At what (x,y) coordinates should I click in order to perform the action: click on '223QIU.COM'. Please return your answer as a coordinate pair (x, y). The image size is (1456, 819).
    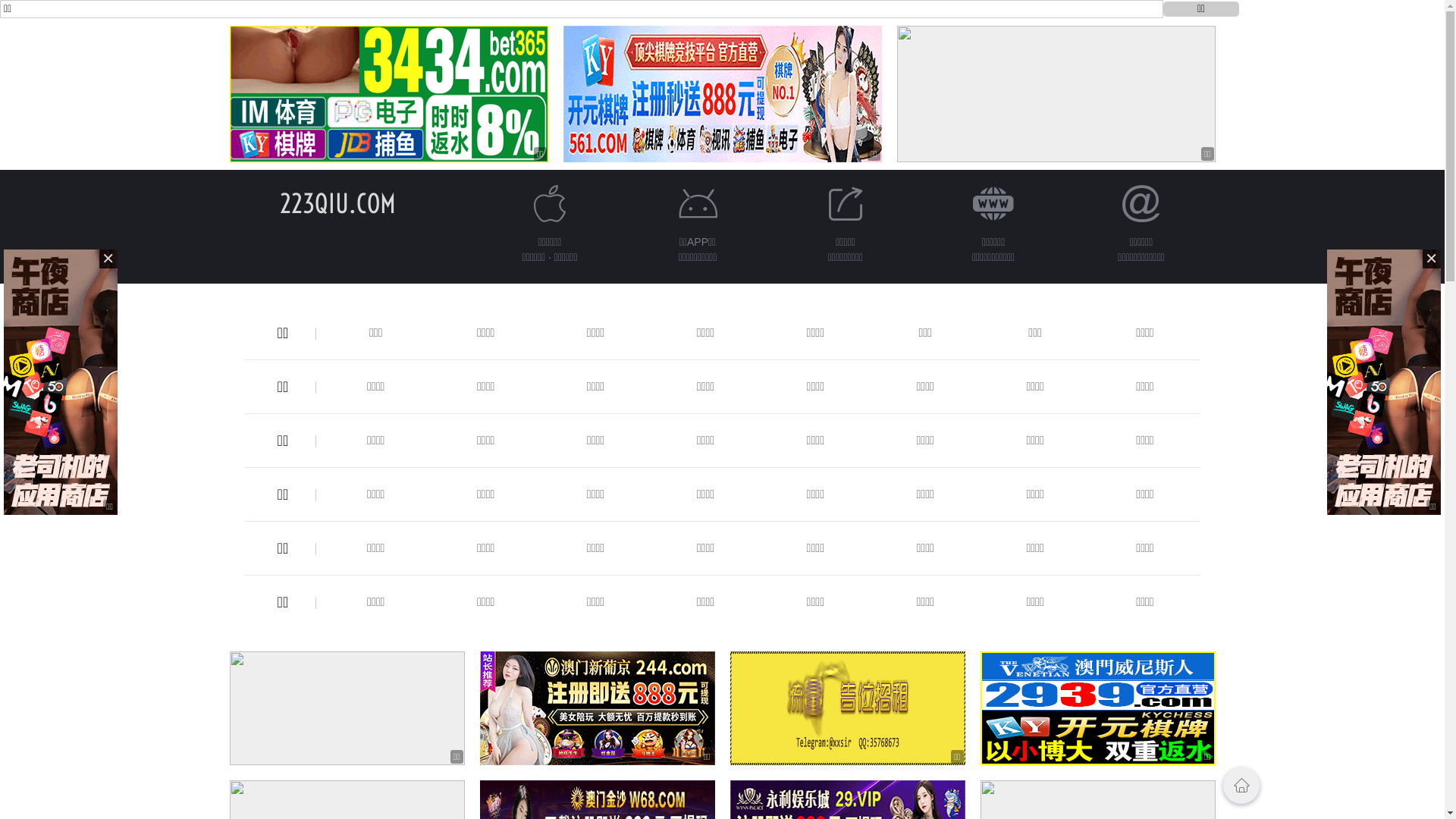
    Looking at the image, I should click on (337, 202).